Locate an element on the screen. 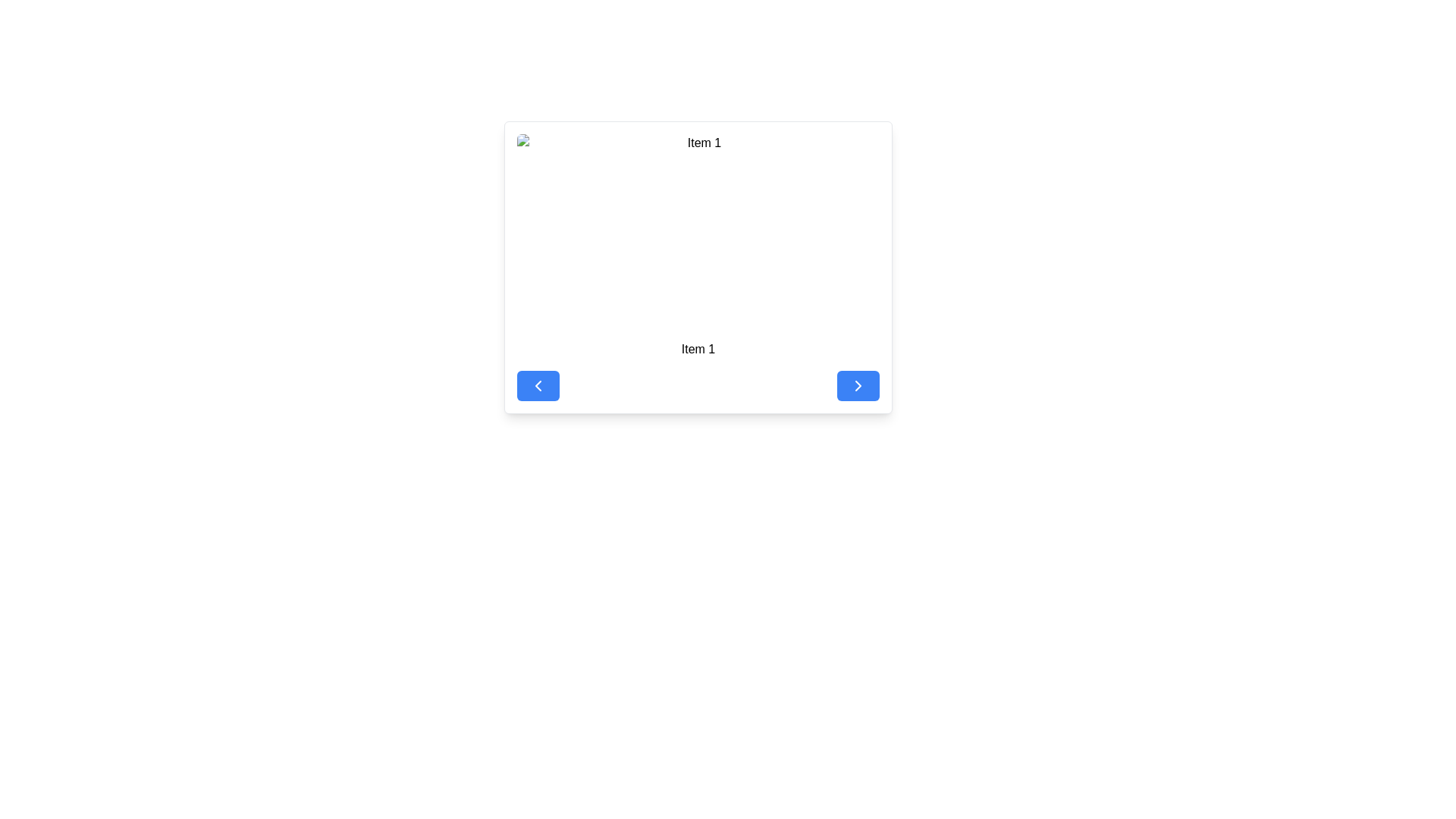 The width and height of the screenshot is (1456, 819). the 'previous' navigation button located at the bottom-left of the component is located at coordinates (538, 385).